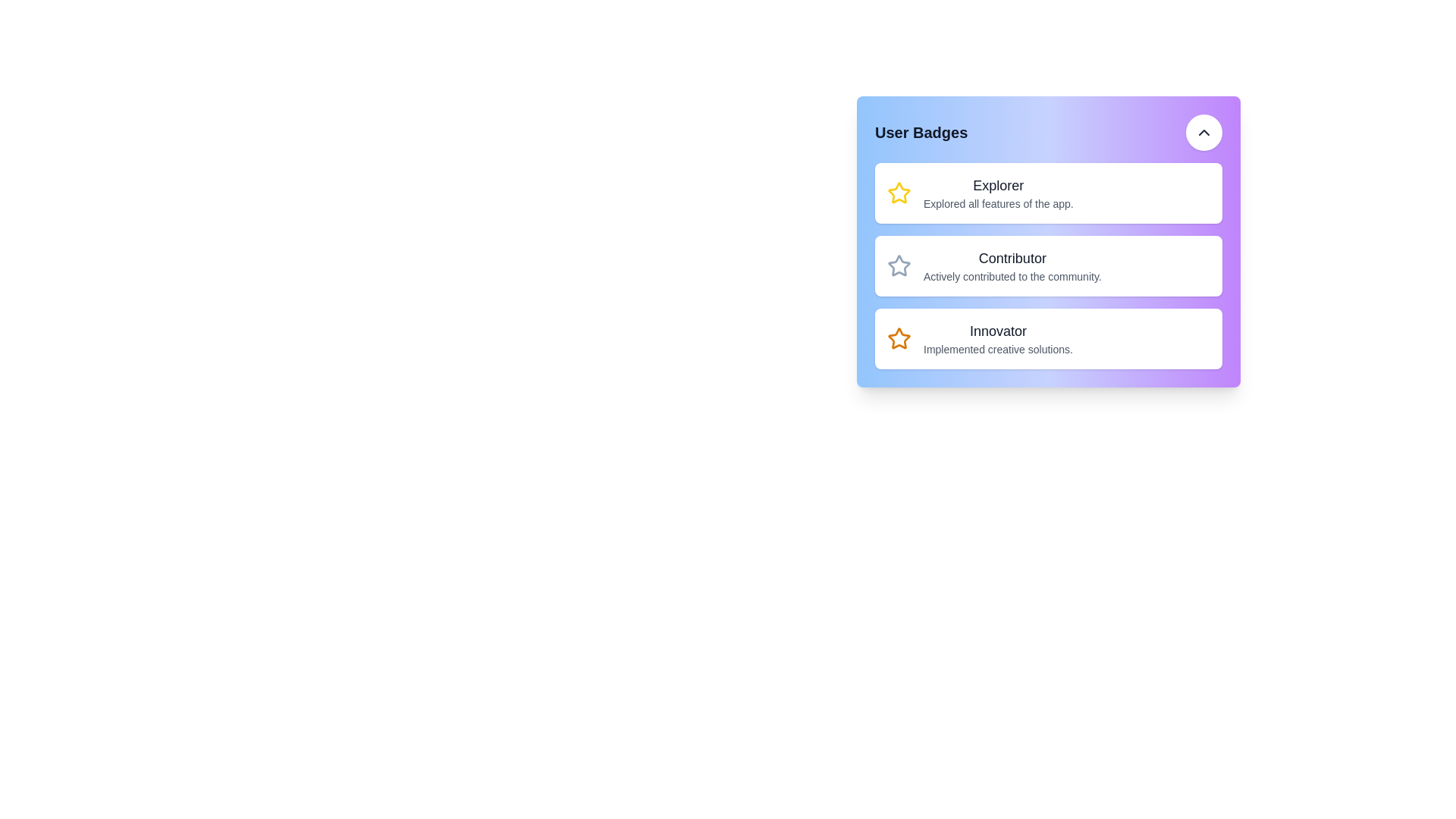 The height and width of the screenshot is (819, 1456). Describe the element at coordinates (998, 338) in the screenshot. I see `the informational label for the 'Innovator' badge, which is located in the third row of the User Badges component, positioned below the 'Contributor' badge` at that location.